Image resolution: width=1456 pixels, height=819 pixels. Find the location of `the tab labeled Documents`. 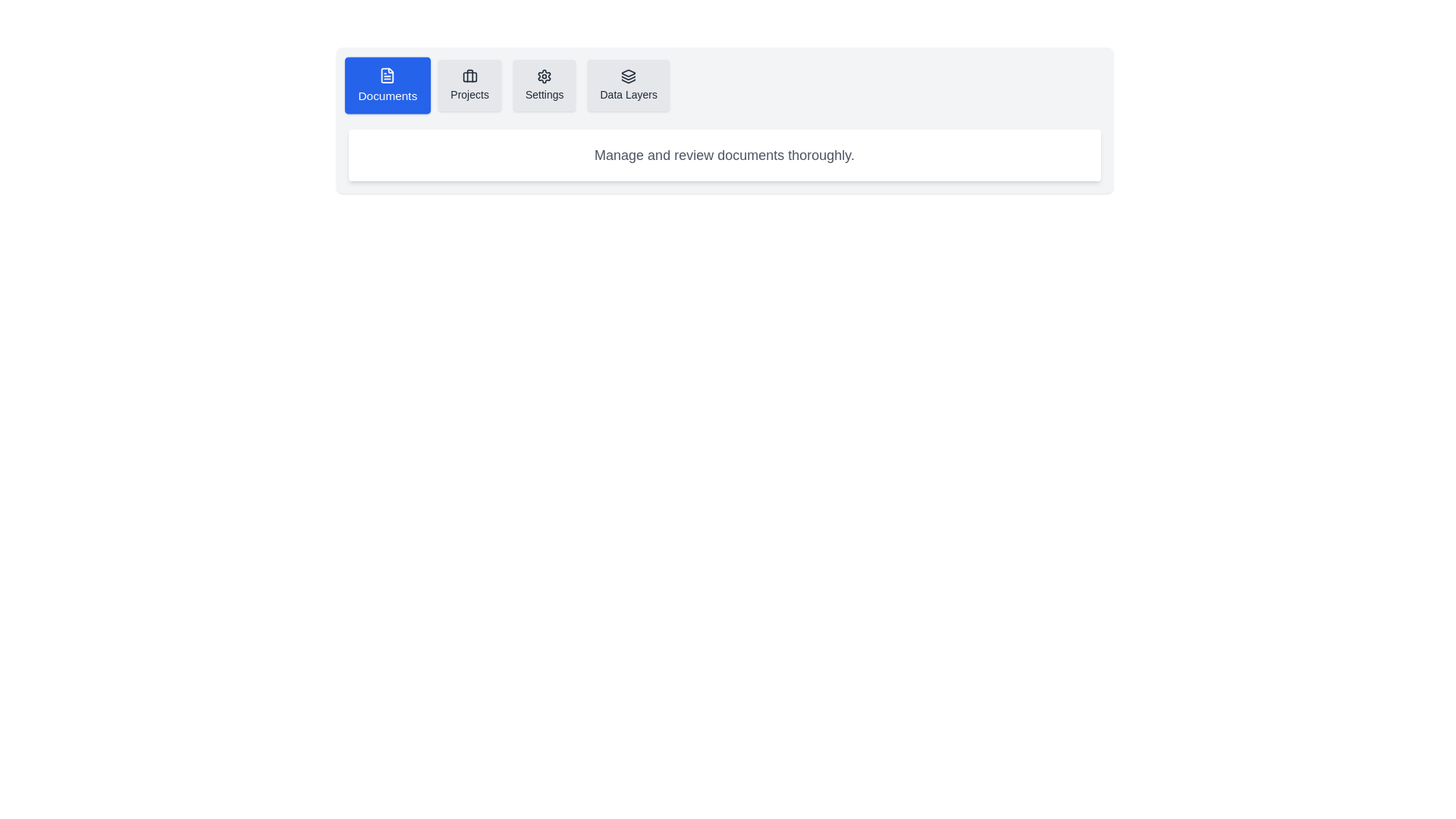

the tab labeled Documents is located at coordinates (387, 85).